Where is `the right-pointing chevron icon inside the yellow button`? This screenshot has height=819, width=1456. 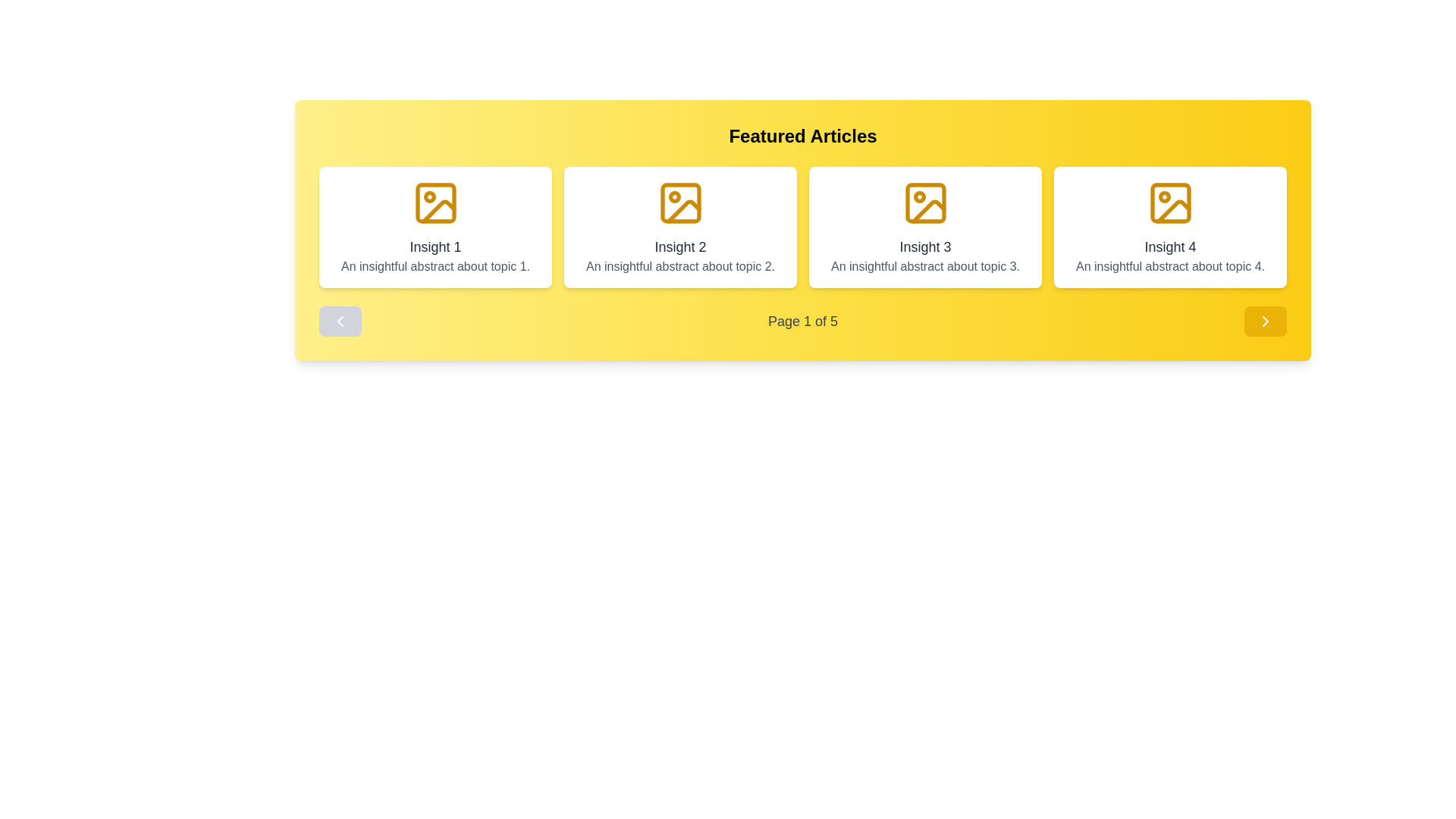
the right-pointing chevron icon inside the yellow button is located at coordinates (1266, 321).